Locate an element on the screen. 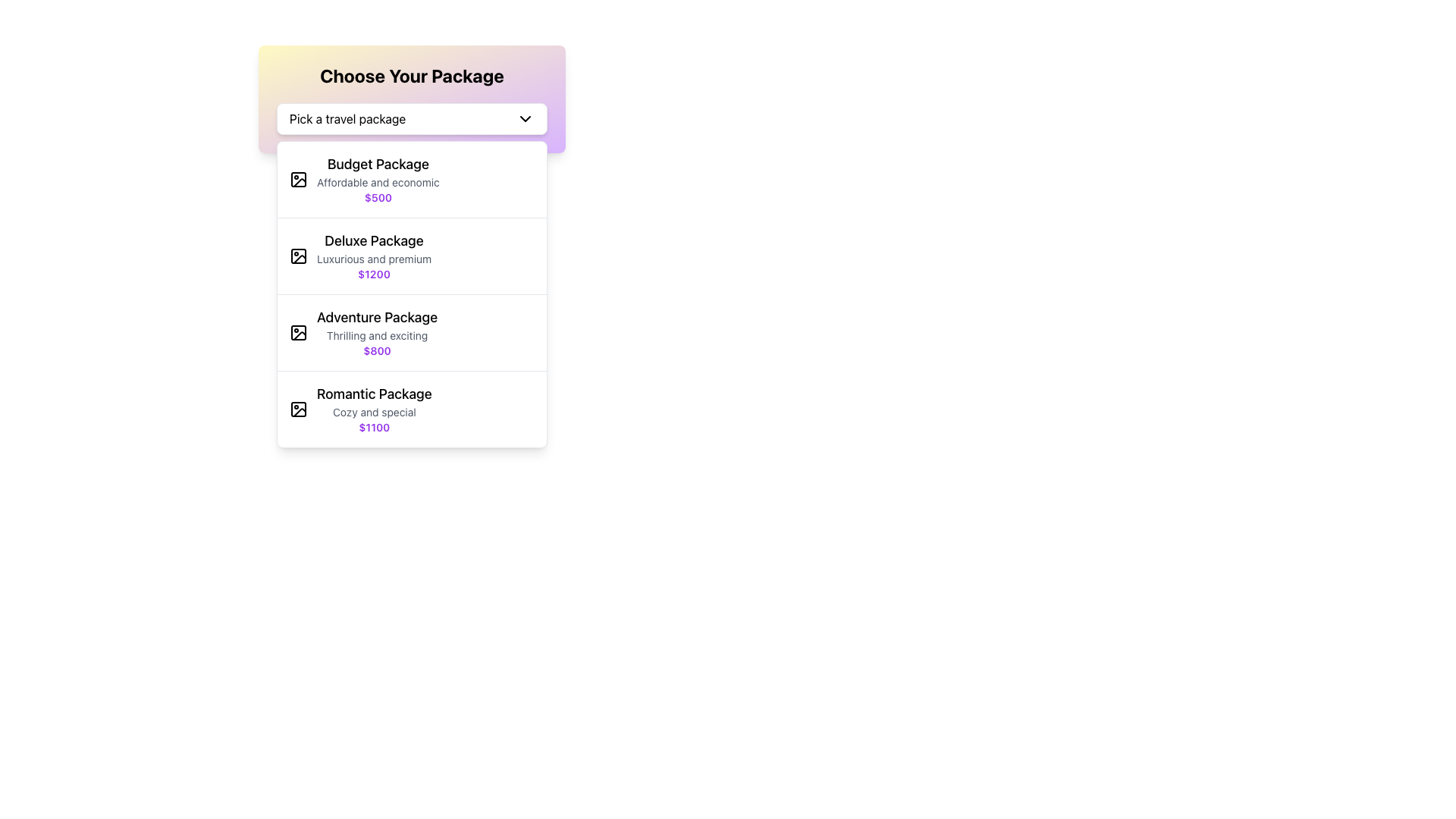 This screenshot has height=819, width=1456. the text label reading 'Cozy and special' located below the 'Romantic Package' title in the list of travel packages is located at coordinates (374, 412).